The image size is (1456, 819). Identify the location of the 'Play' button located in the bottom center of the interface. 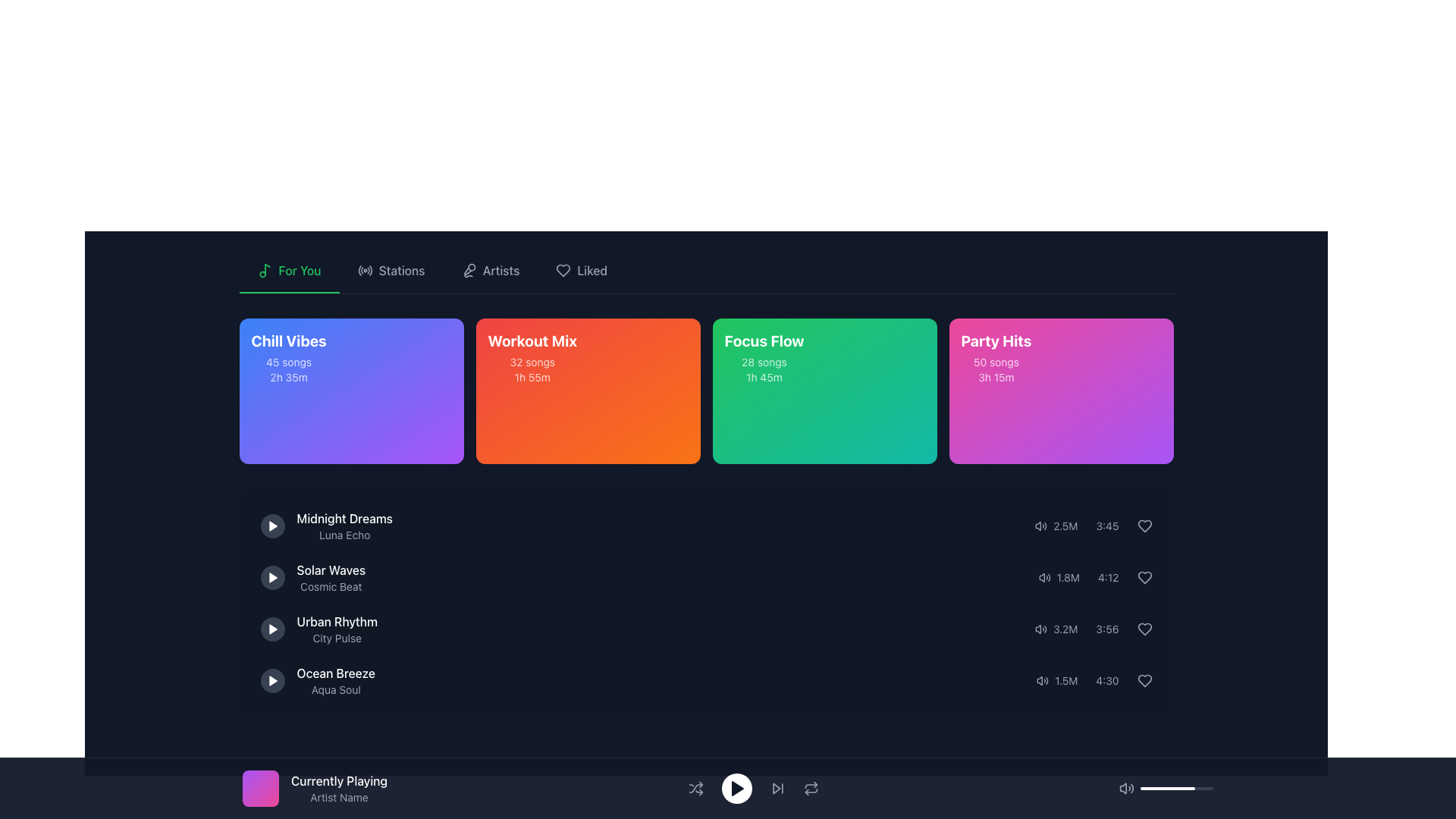
(736, 788).